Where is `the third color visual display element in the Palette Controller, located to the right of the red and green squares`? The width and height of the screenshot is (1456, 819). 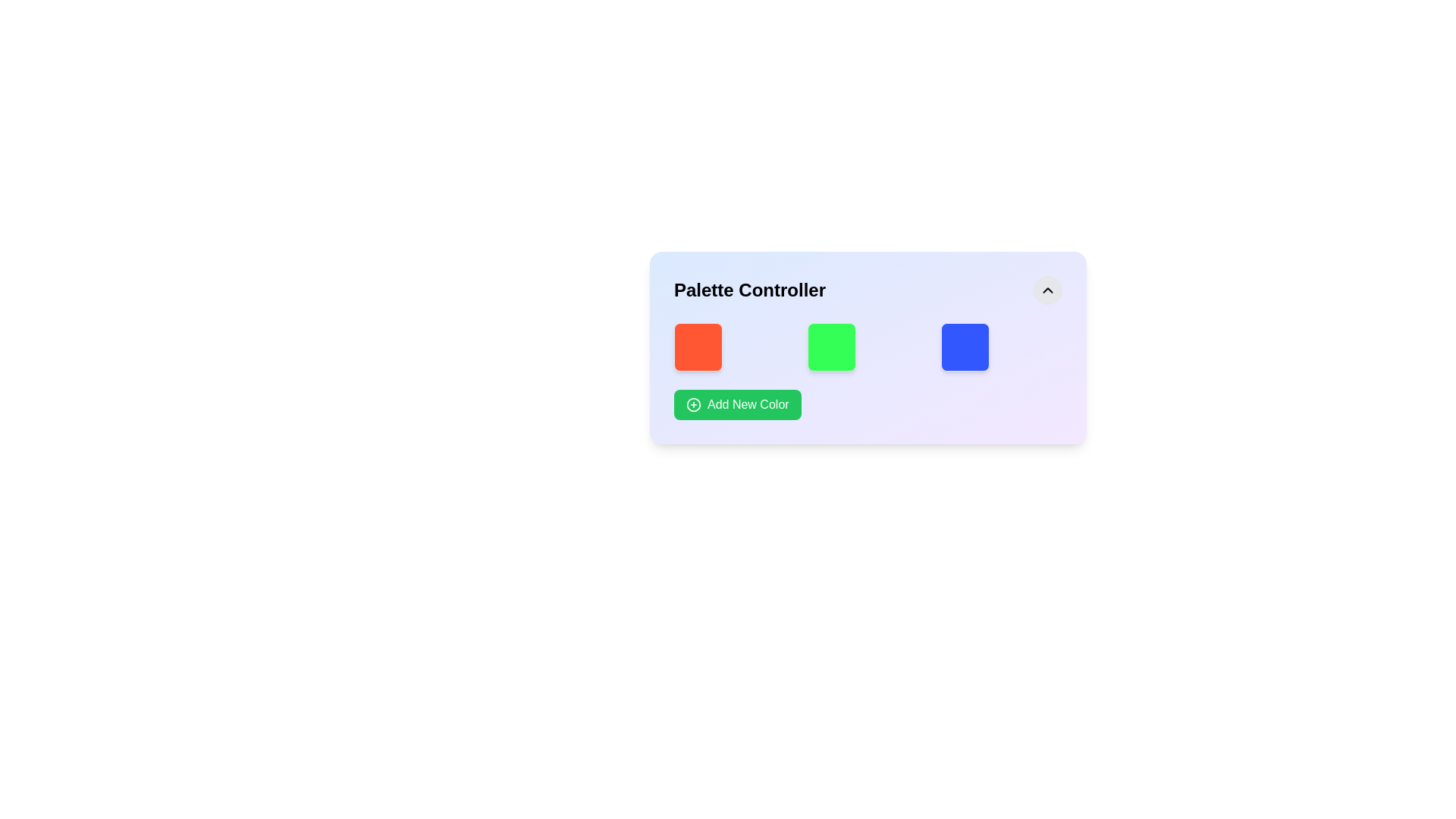
the third color visual display element in the Palette Controller, located to the right of the red and green squares is located at coordinates (964, 347).